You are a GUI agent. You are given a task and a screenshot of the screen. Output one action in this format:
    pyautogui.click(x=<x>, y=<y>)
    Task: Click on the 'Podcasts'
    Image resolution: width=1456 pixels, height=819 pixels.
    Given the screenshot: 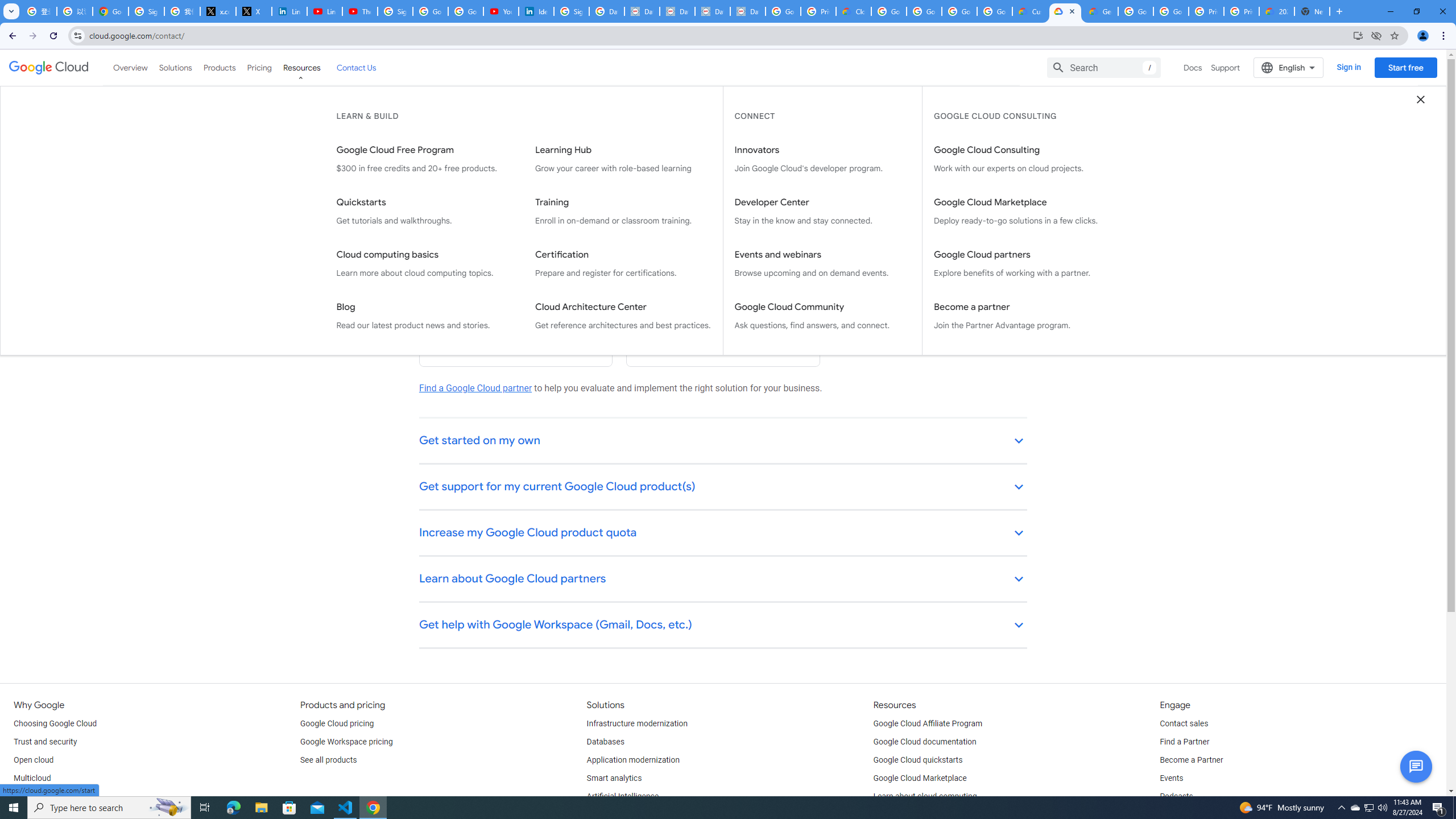 What is the action you would take?
    pyautogui.click(x=1176, y=797)
    